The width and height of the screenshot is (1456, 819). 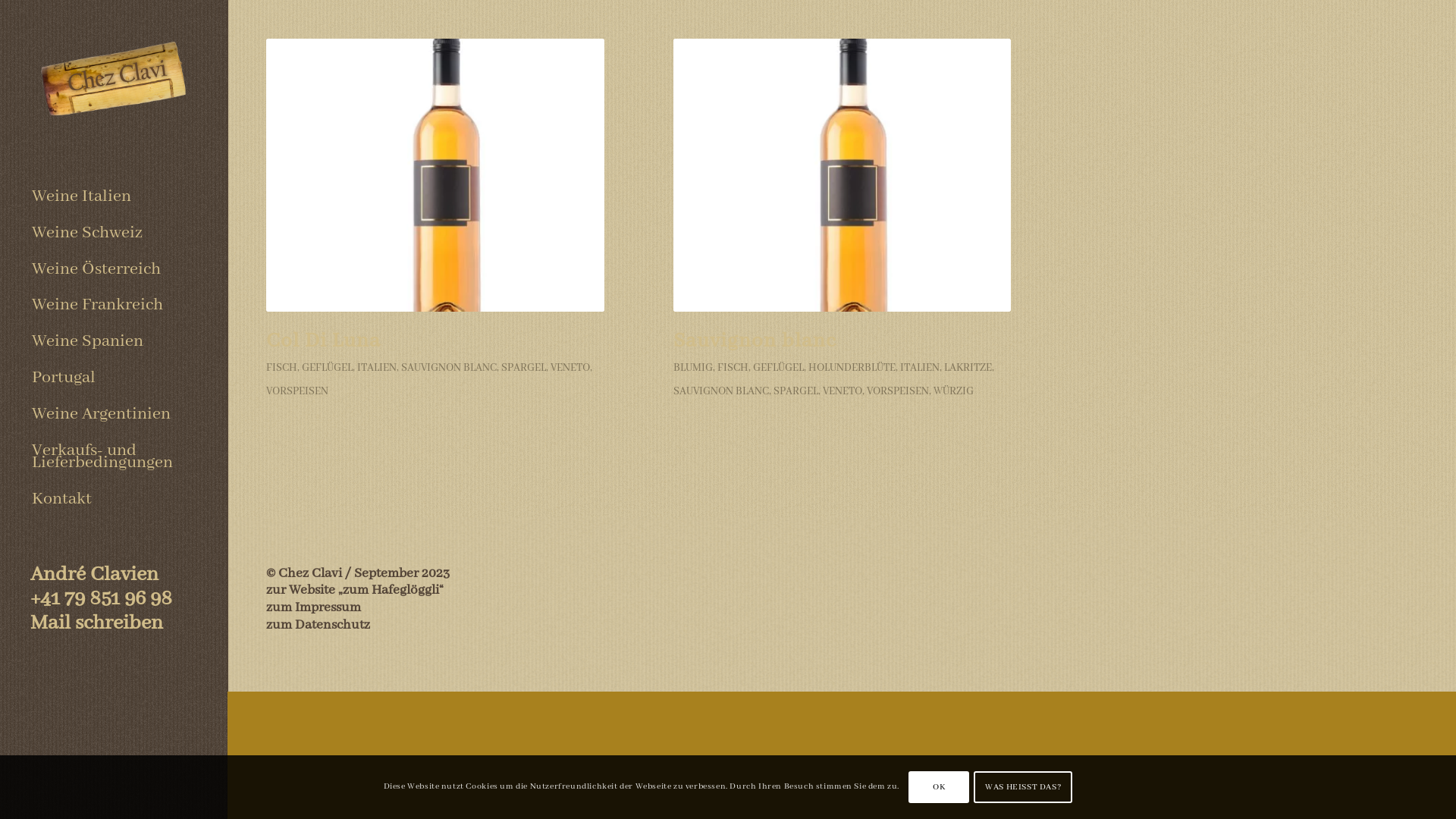 I want to click on 'LAKRITZE', so click(x=967, y=368).